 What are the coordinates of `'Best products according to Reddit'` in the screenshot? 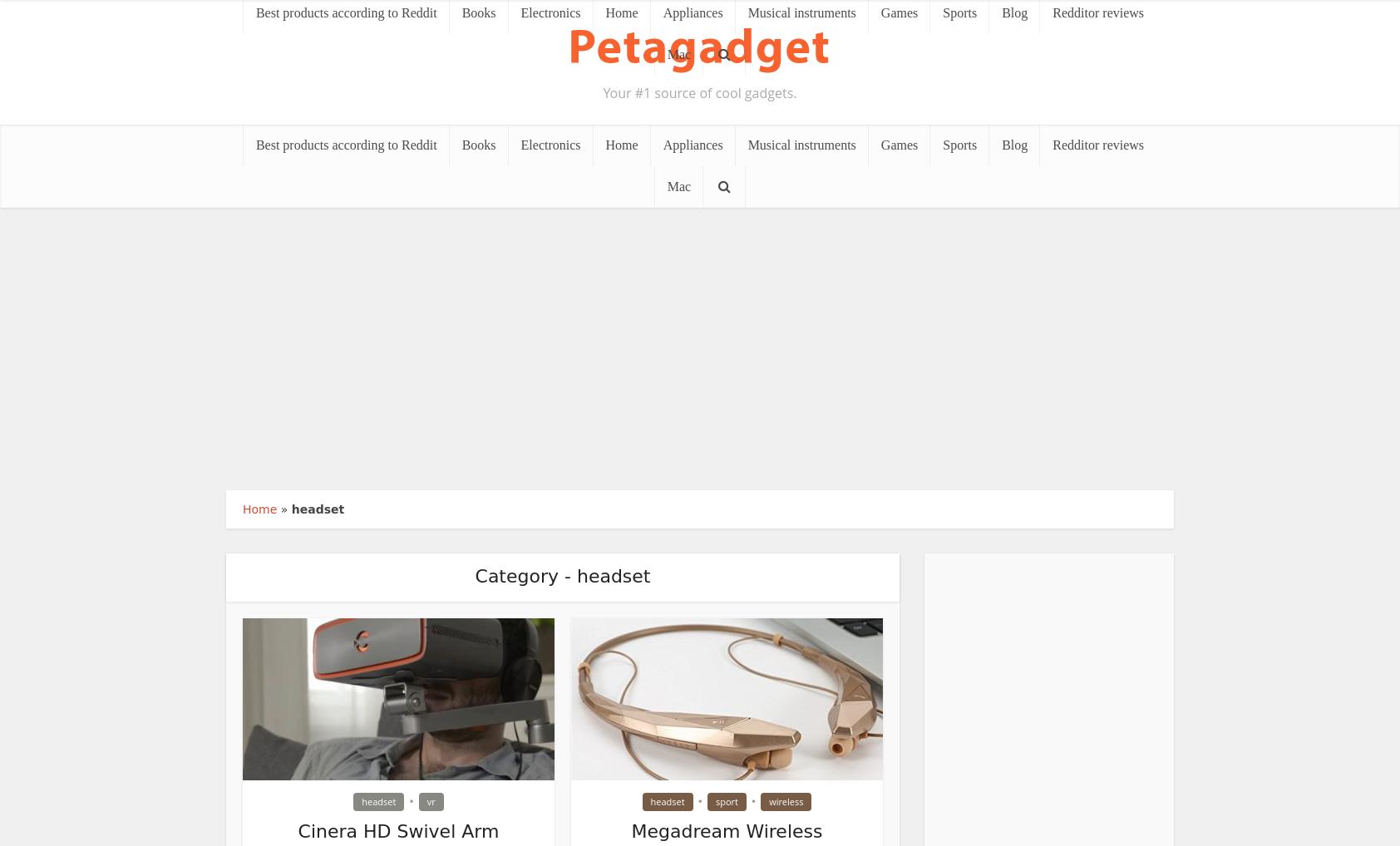 It's located at (345, 145).